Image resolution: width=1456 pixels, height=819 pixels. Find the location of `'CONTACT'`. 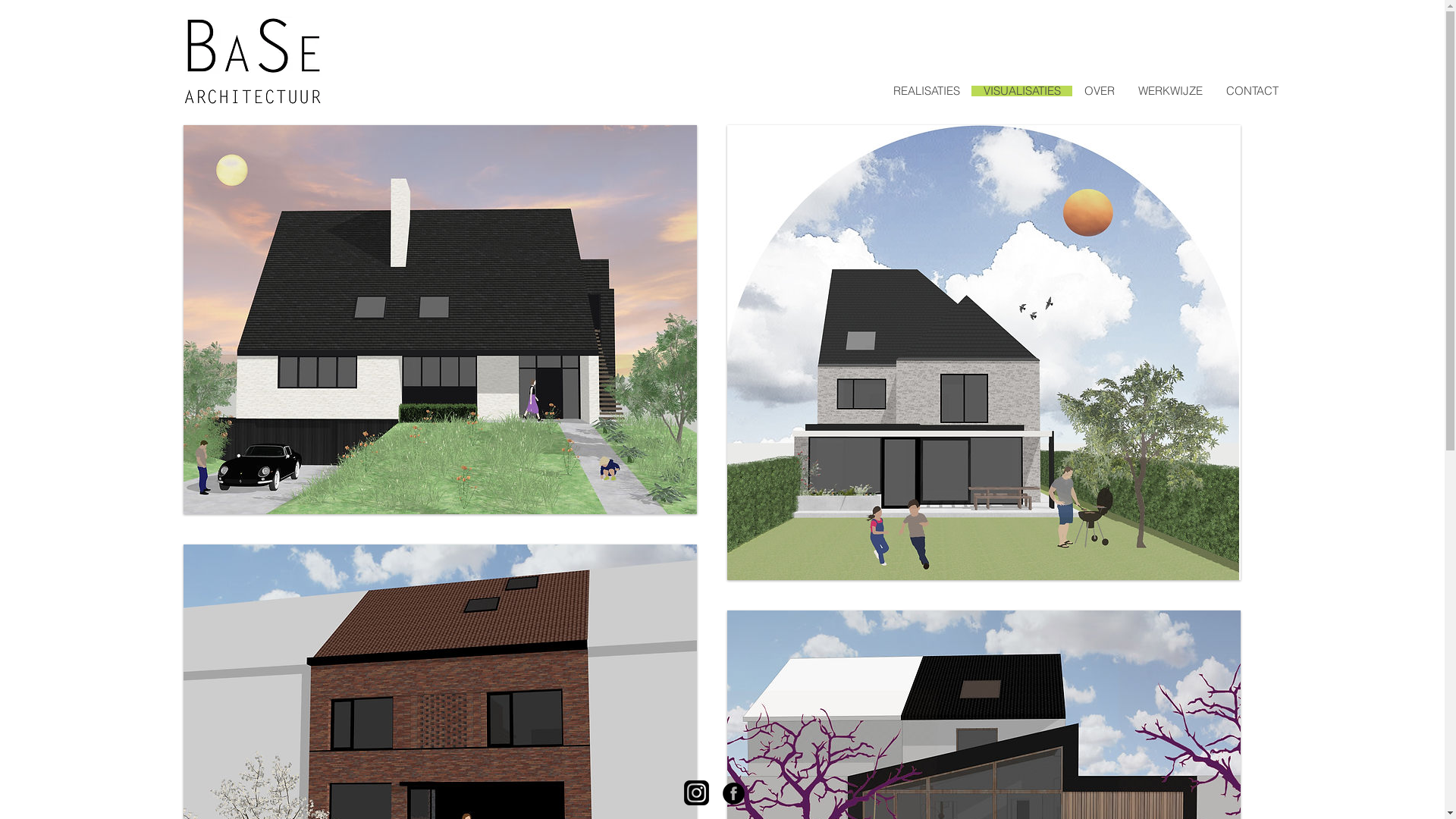

'CONTACT' is located at coordinates (1251, 90).